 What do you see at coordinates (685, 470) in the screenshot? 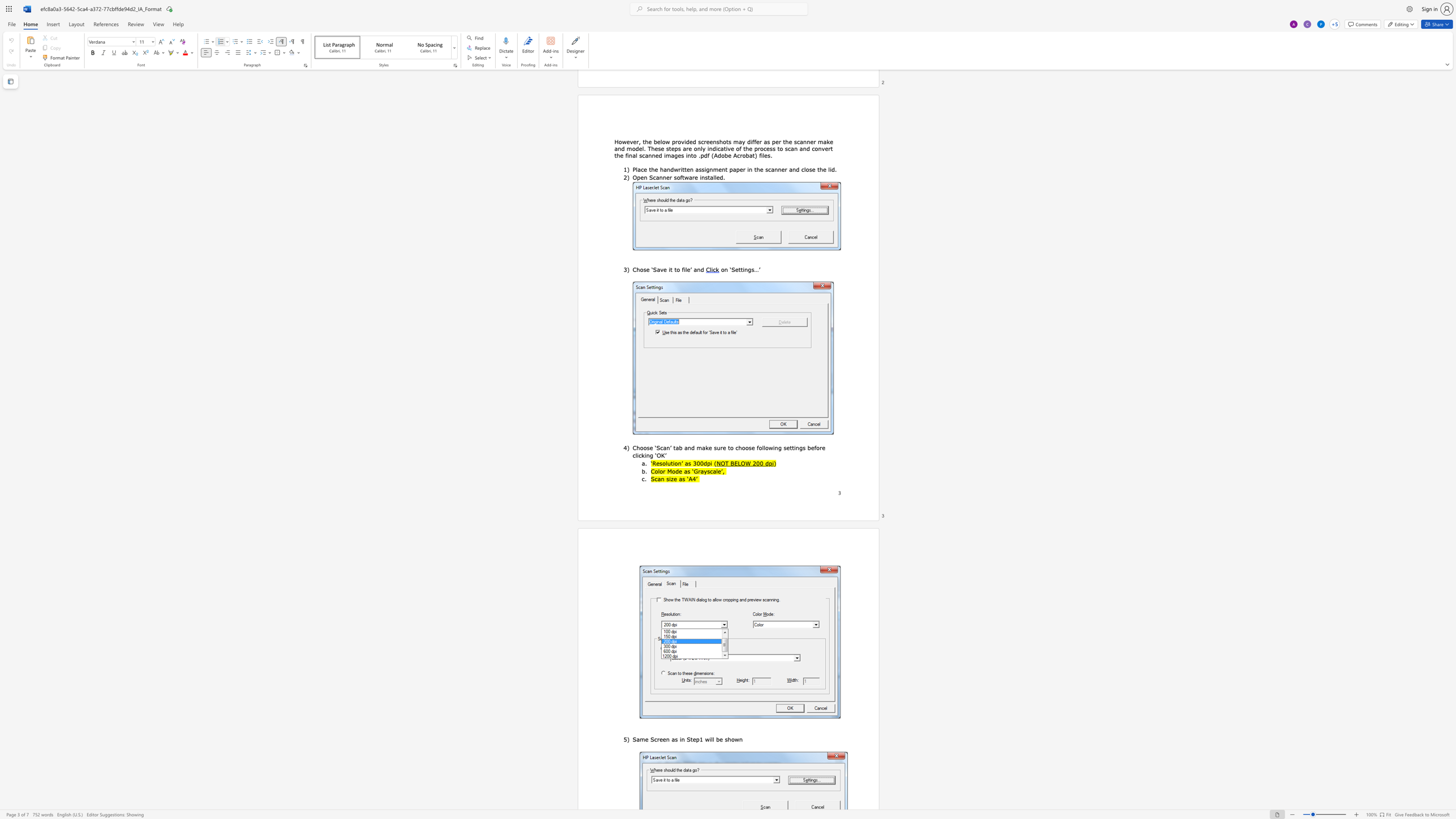
I see `the 1th character "a" in the text` at bounding box center [685, 470].